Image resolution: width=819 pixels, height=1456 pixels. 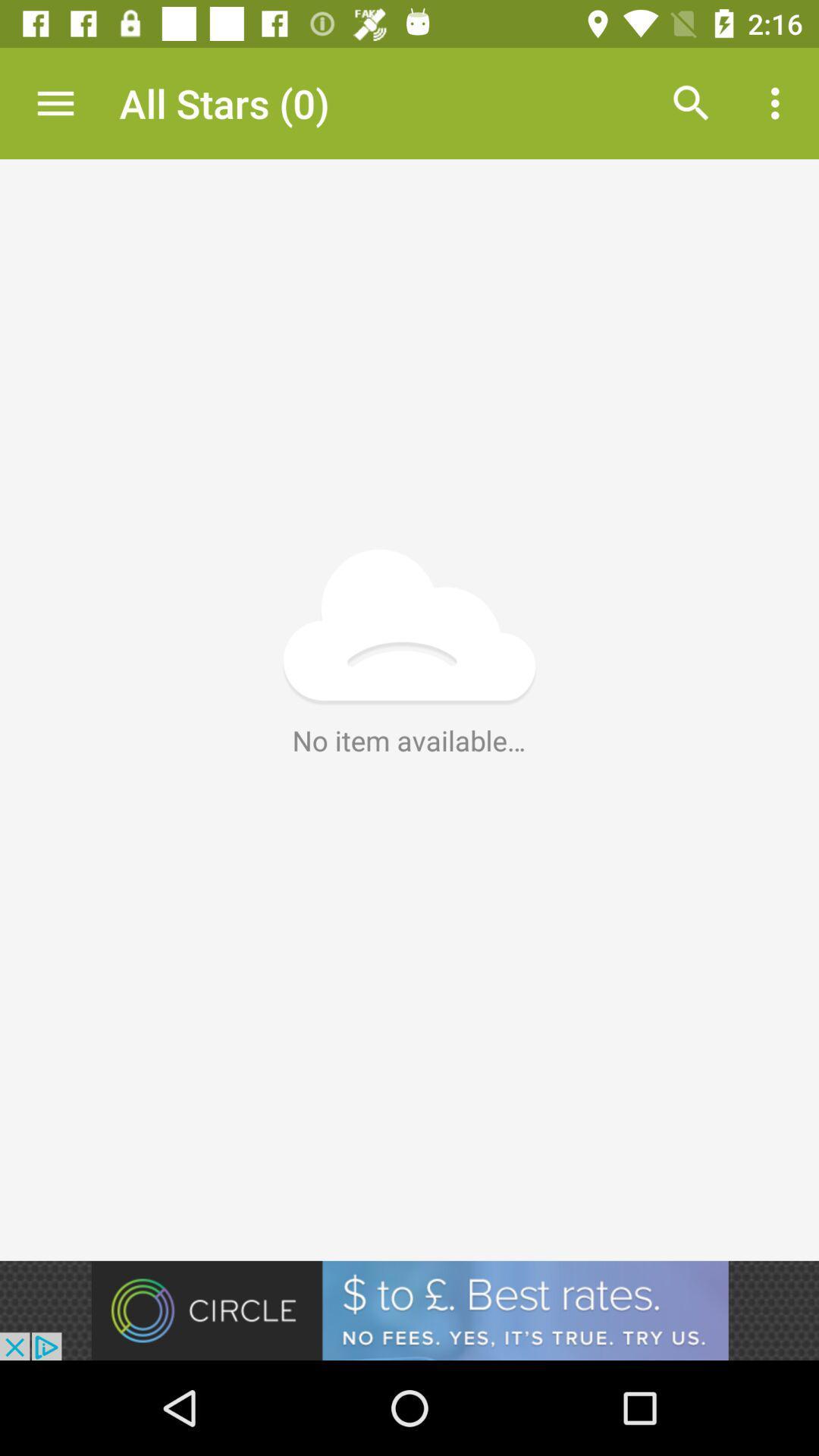 I want to click on open advertisement, so click(x=409, y=1310).